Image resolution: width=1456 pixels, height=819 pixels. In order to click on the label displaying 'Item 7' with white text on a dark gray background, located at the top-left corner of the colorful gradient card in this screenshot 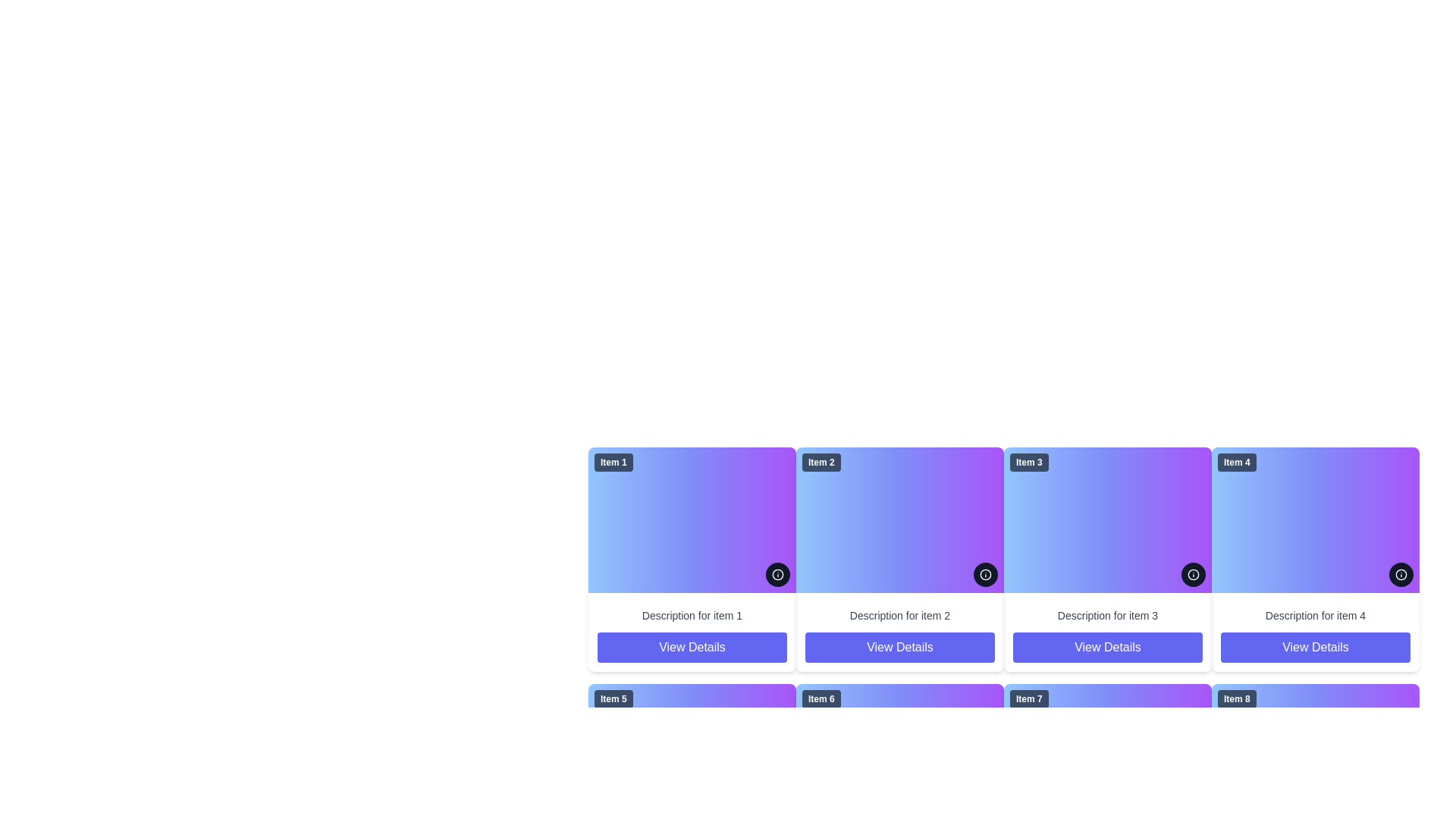, I will do `click(1029, 698)`.